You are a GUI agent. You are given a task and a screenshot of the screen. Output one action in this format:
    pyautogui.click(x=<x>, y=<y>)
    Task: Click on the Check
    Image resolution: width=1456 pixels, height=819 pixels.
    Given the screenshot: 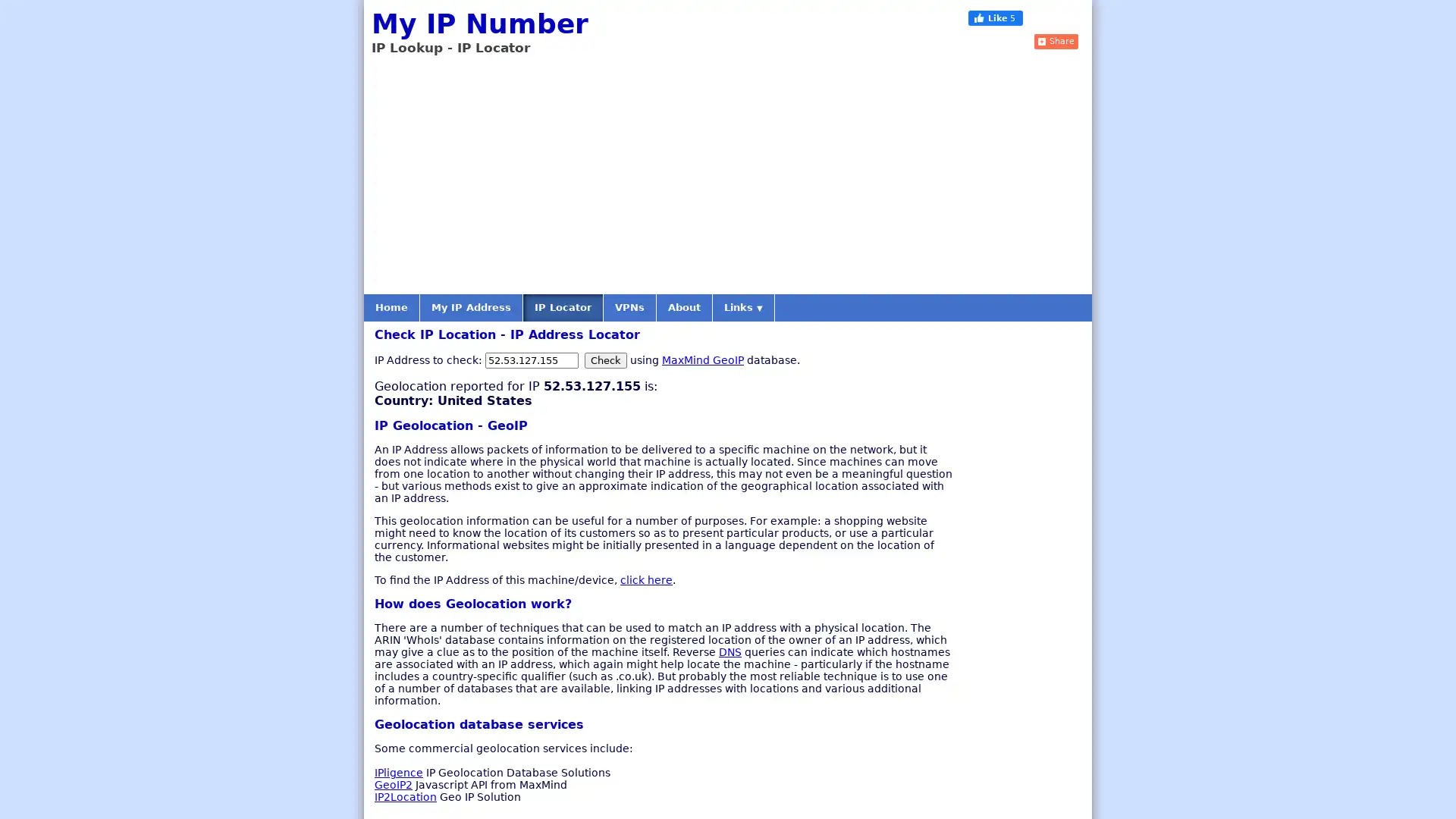 What is the action you would take?
    pyautogui.click(x=604, y=360)
    